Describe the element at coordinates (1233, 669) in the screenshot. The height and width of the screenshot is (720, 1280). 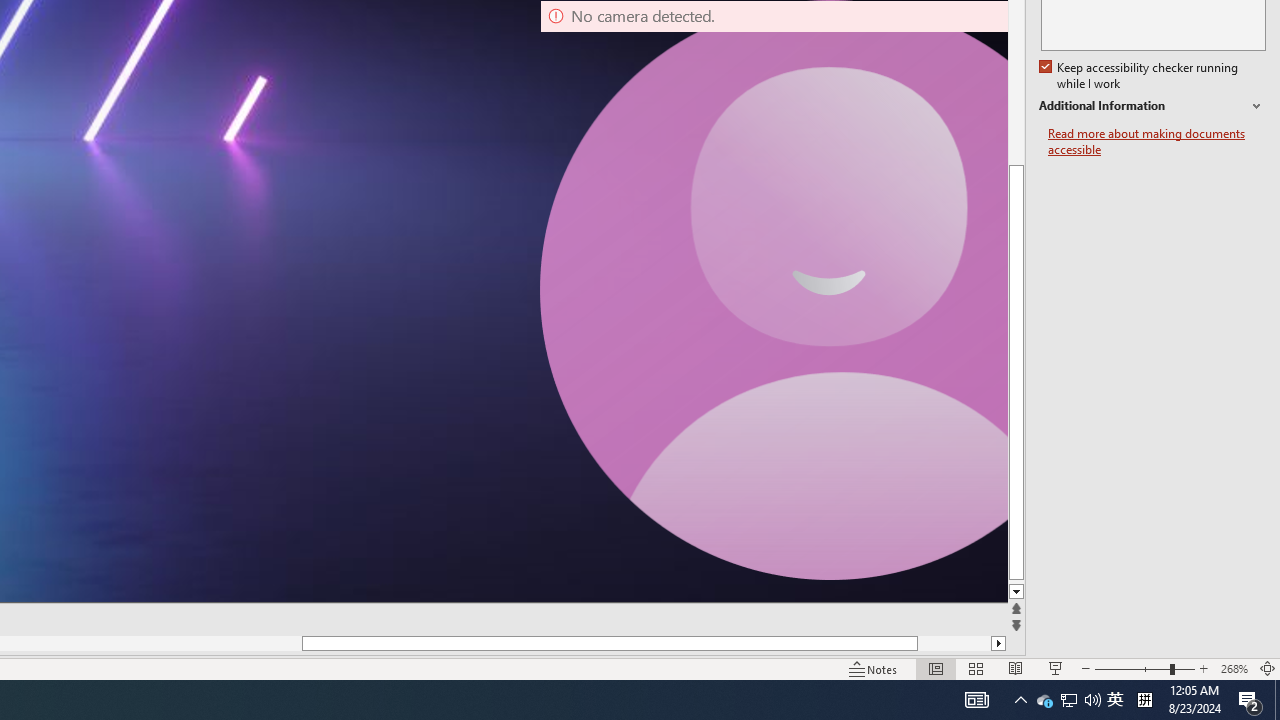
I see `'Zoom 268%'` at that location.